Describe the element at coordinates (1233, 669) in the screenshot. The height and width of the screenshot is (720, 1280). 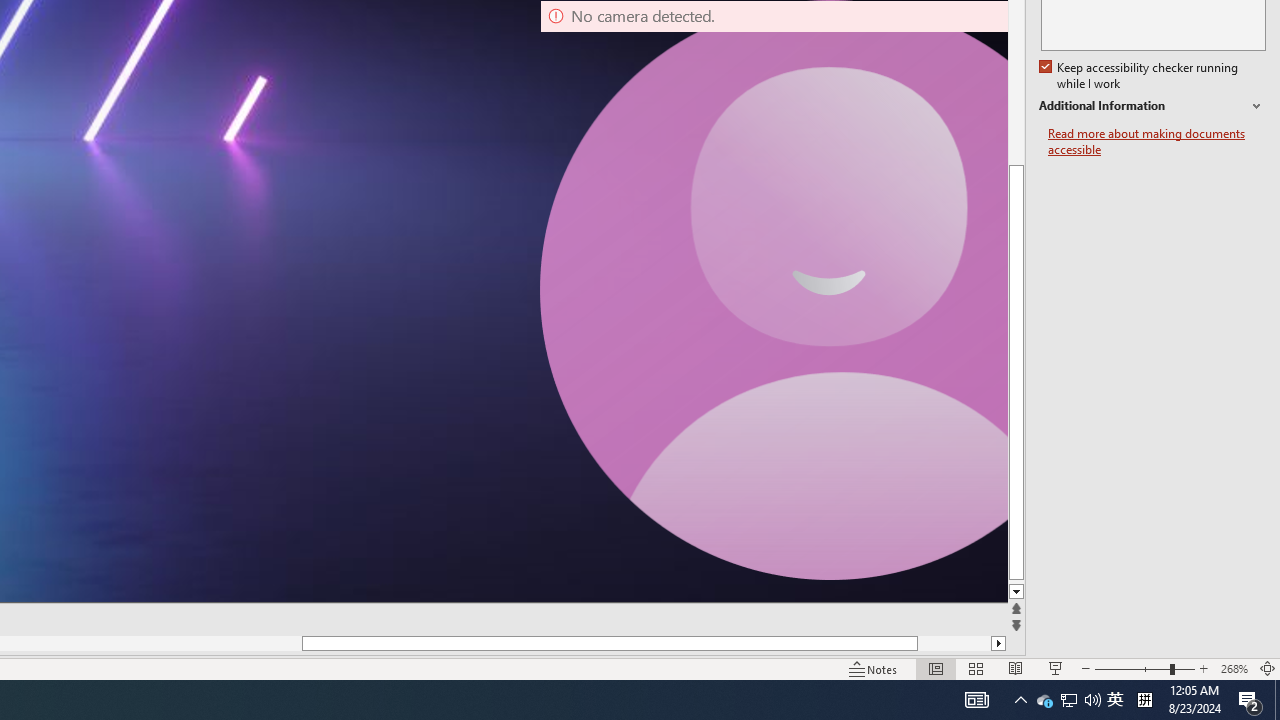
I see `'Zoom 268%'` at that location.